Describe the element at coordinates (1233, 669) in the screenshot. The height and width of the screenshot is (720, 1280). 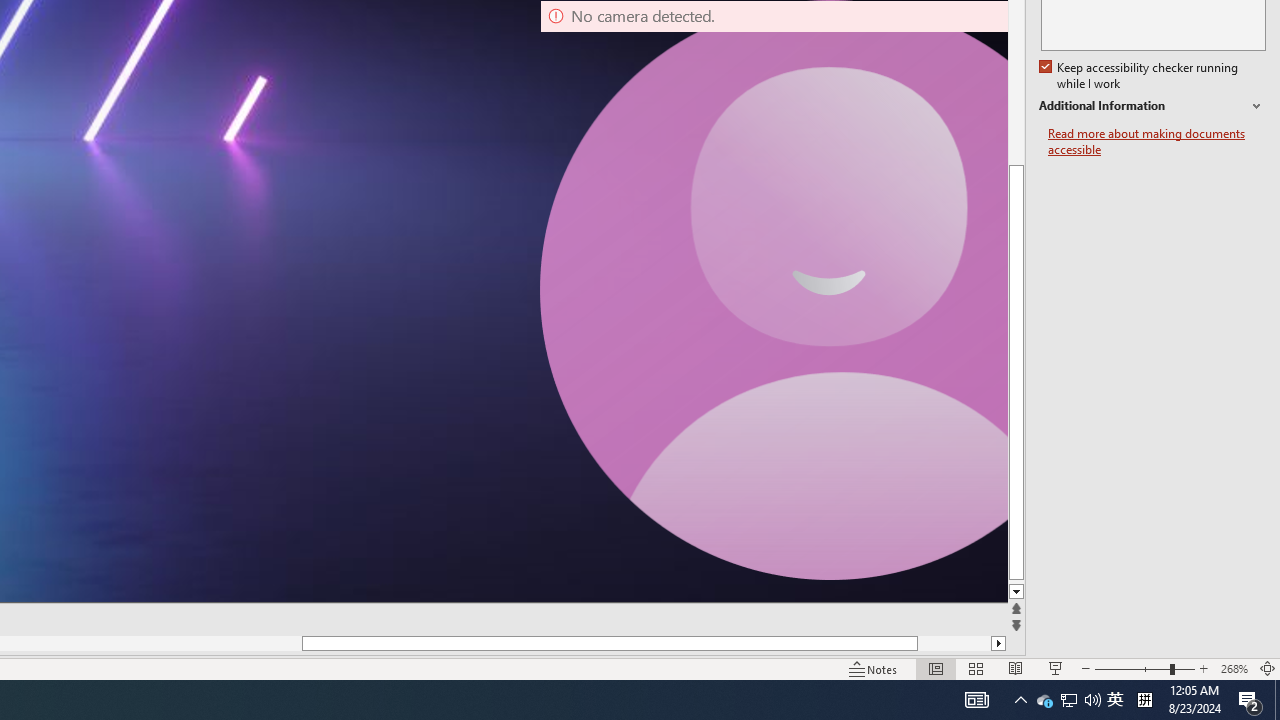
I see `'Zoom 268%'` at that location.